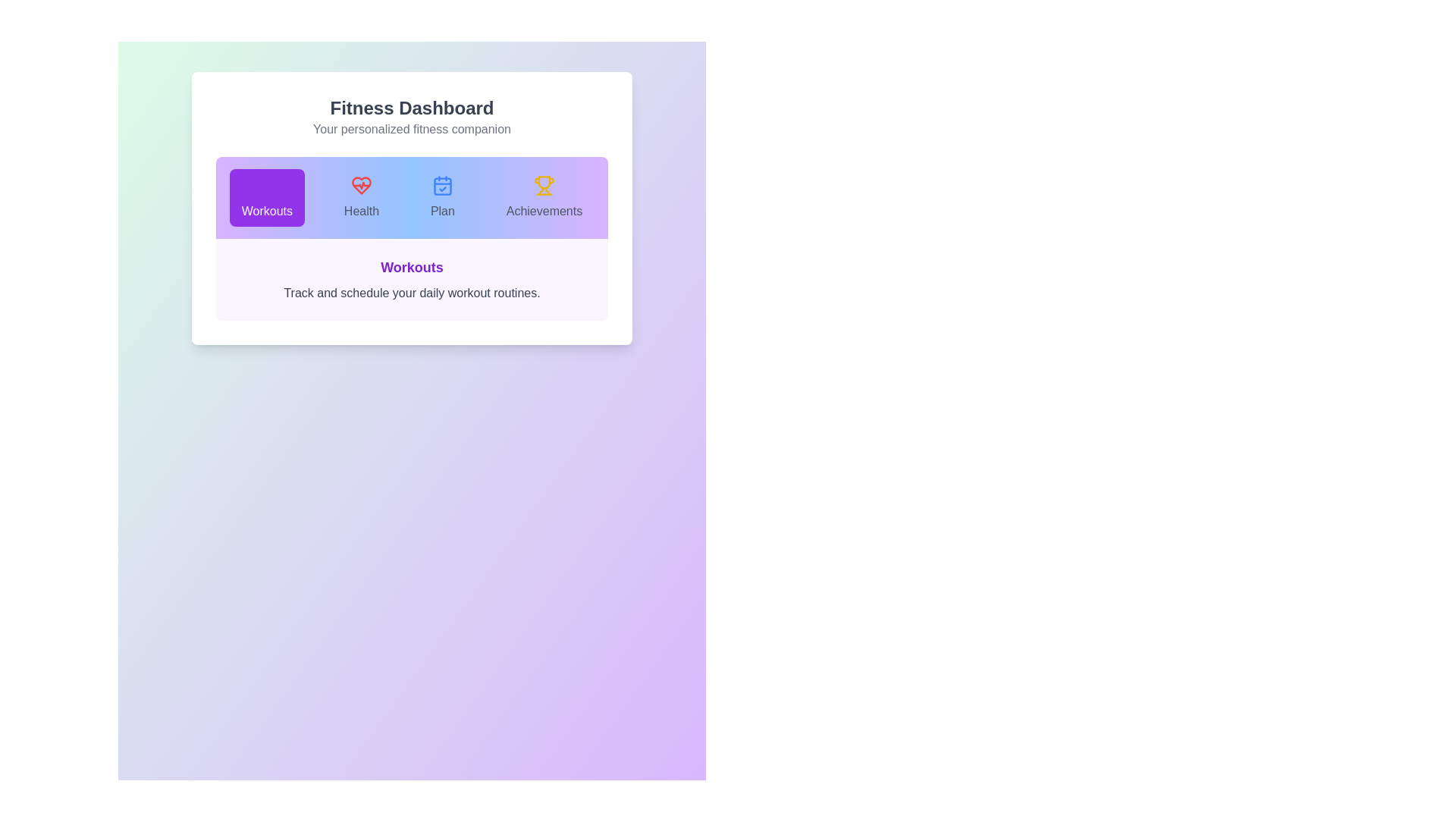 This screenshot has width=1456, height=819. Describe the element at coordinates (267, 197) in the screenshot. I see `the tab icon corresponding to Workouts` at that location.